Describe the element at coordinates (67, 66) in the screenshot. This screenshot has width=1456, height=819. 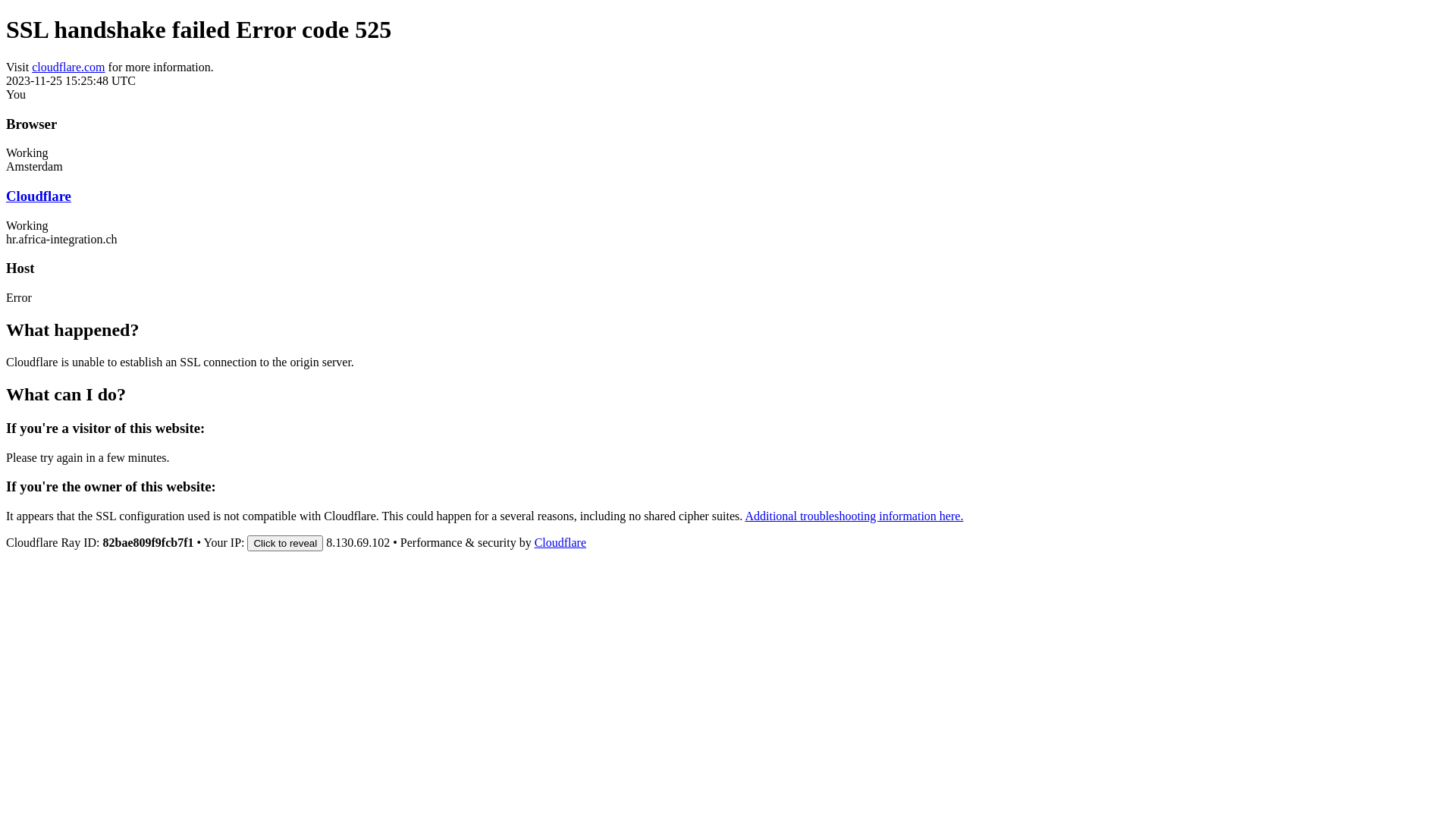
I see `'cloudflare.com'` at that location.